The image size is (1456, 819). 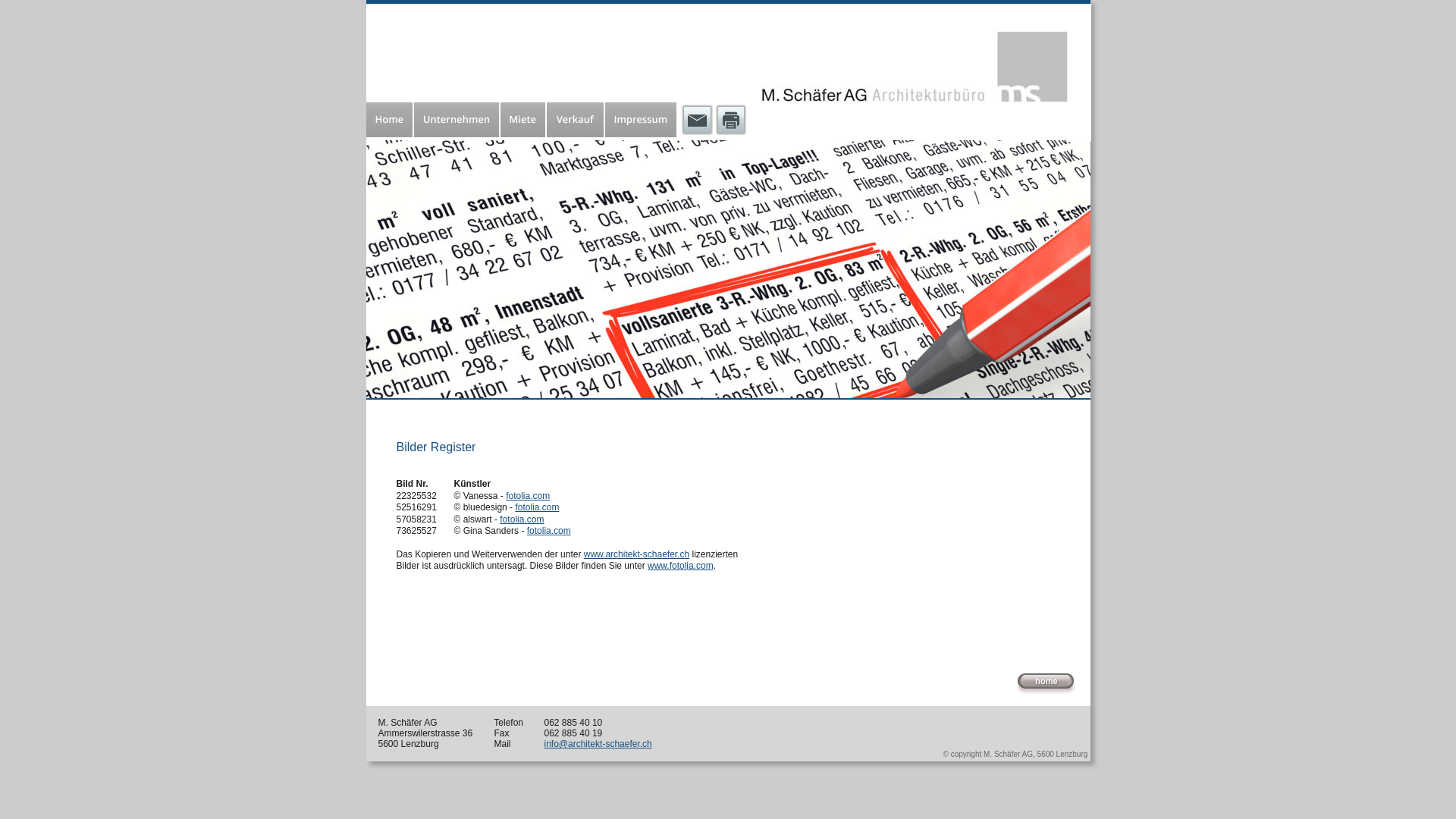 What do you see at coordinates (648, 565) in the screenshot?
I see `'www.fotolia.com'` at bounding box center [648, 565].